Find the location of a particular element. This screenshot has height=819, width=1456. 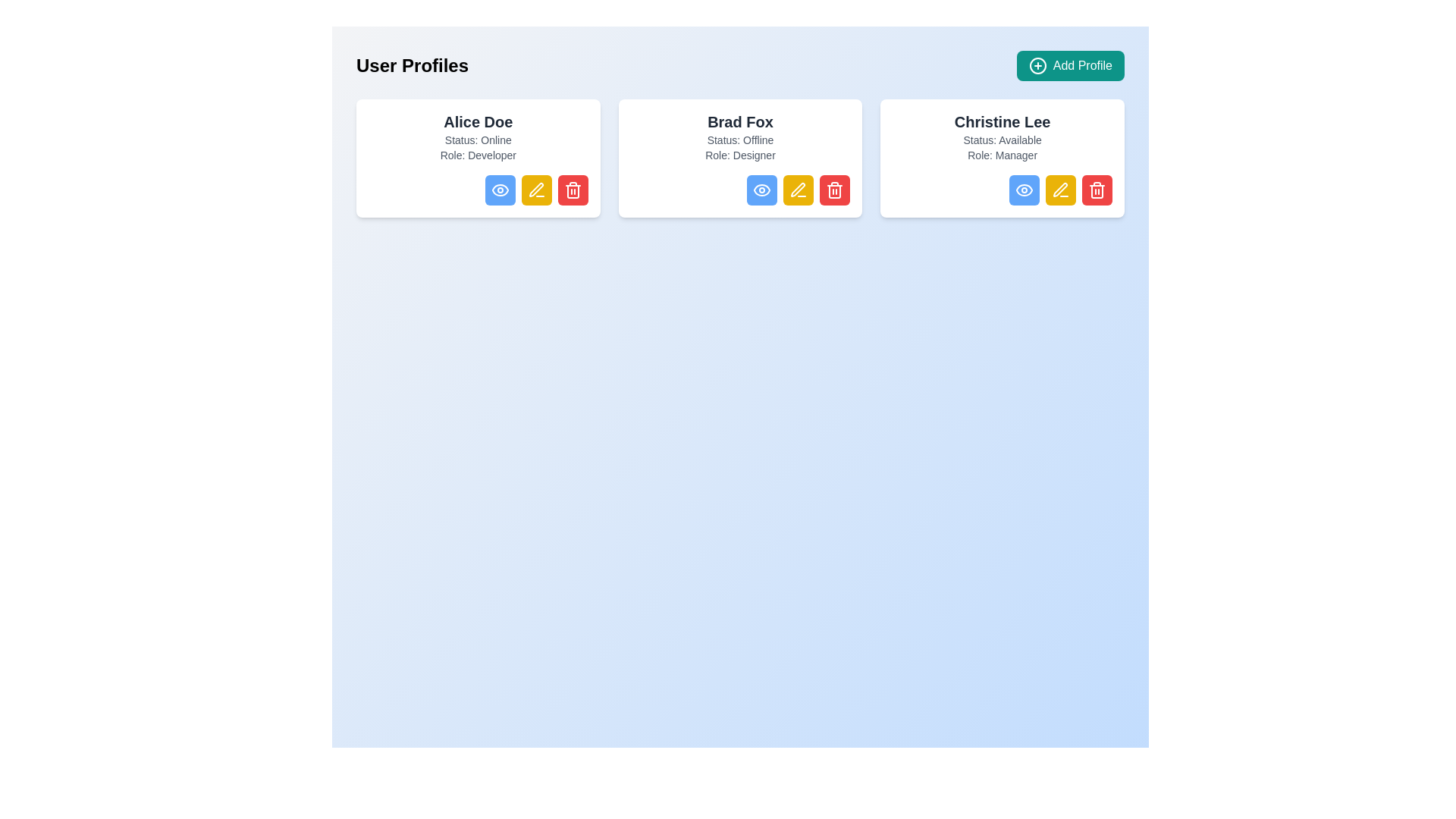

the deletion icon button located at the bottom-right corner of the 'Brad Fox' profile card is located at coordinates (834, 189).